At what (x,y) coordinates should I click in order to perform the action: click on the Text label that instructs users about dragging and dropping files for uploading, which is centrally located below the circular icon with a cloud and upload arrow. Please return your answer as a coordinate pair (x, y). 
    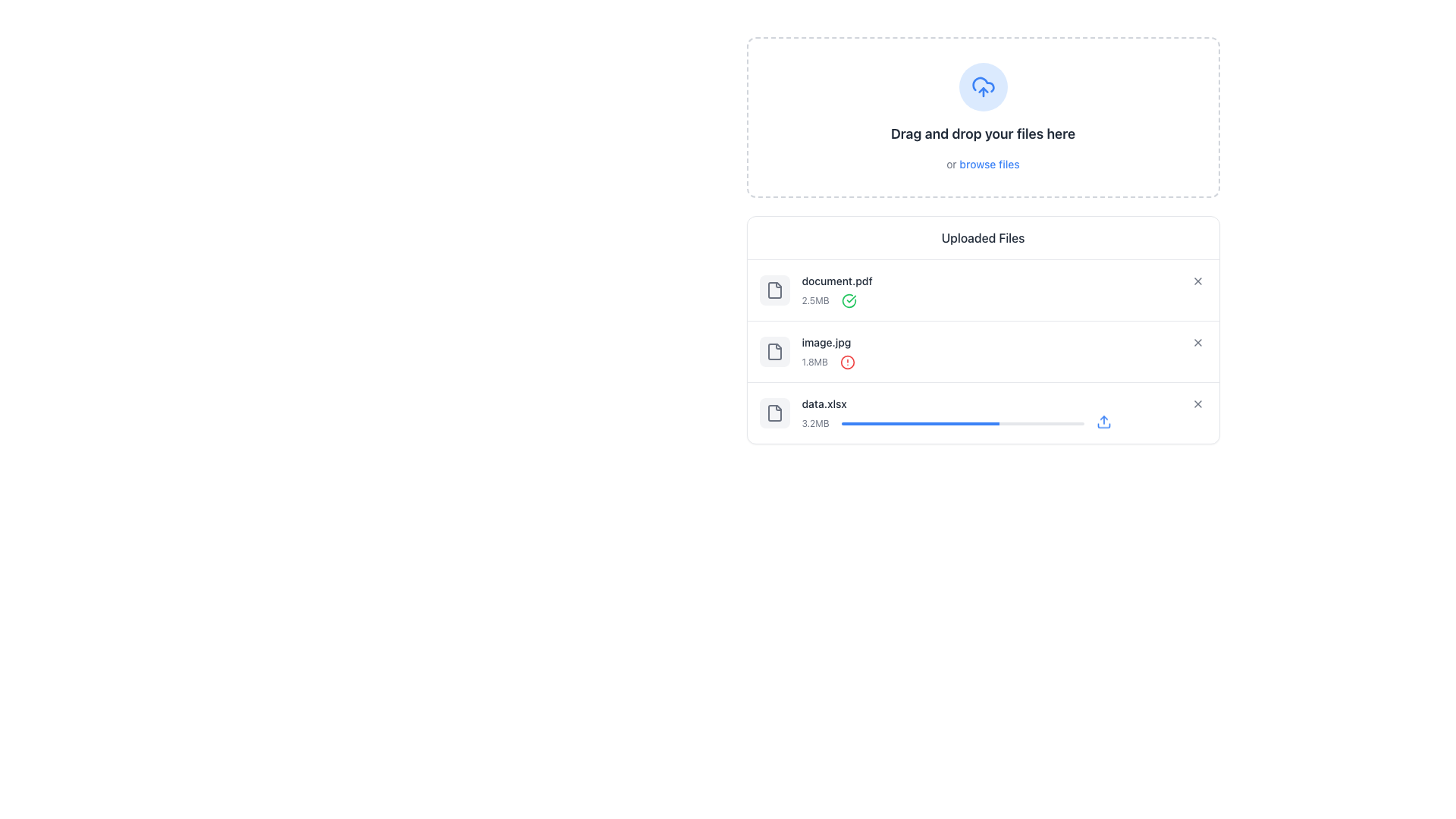
    Looking at the image, I should click on (983, 133).